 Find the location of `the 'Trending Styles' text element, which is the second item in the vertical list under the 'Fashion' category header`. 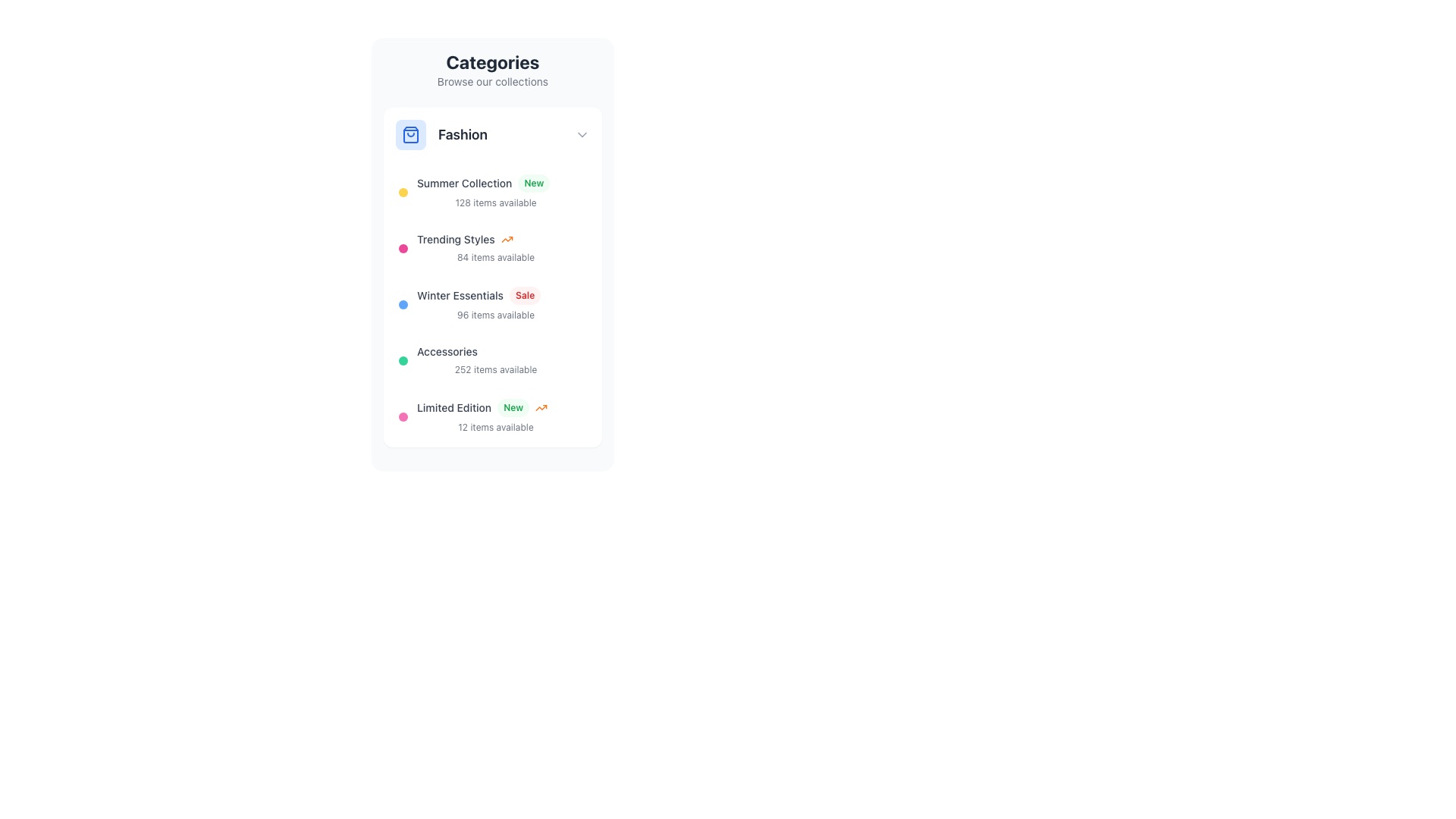

the 'Trending Styles' text element, which is the second item in the vertical list under the 'Fashion' category header is located at coordinates (495, 239).